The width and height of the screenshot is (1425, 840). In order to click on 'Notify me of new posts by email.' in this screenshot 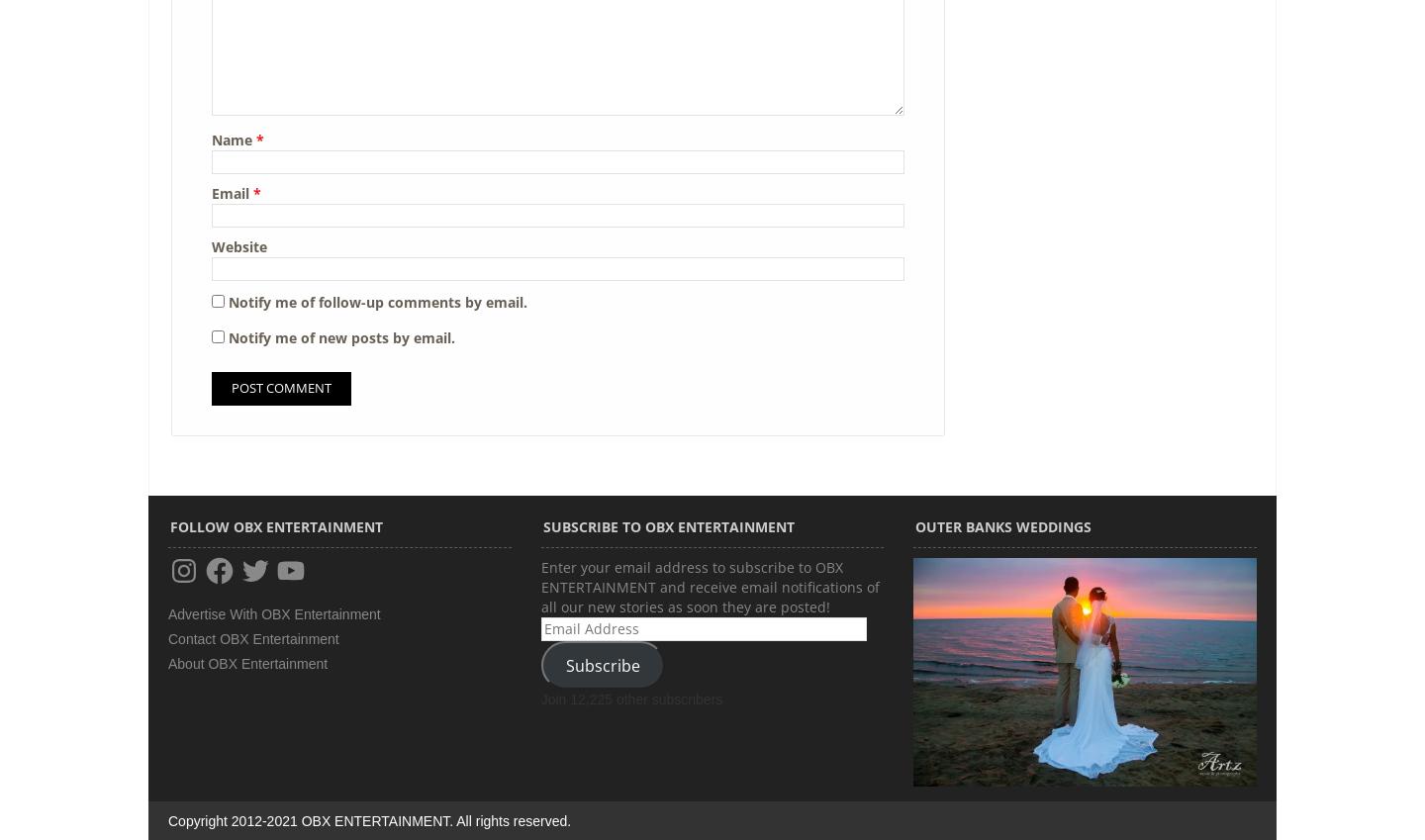, I will do `click(341, 337)`.